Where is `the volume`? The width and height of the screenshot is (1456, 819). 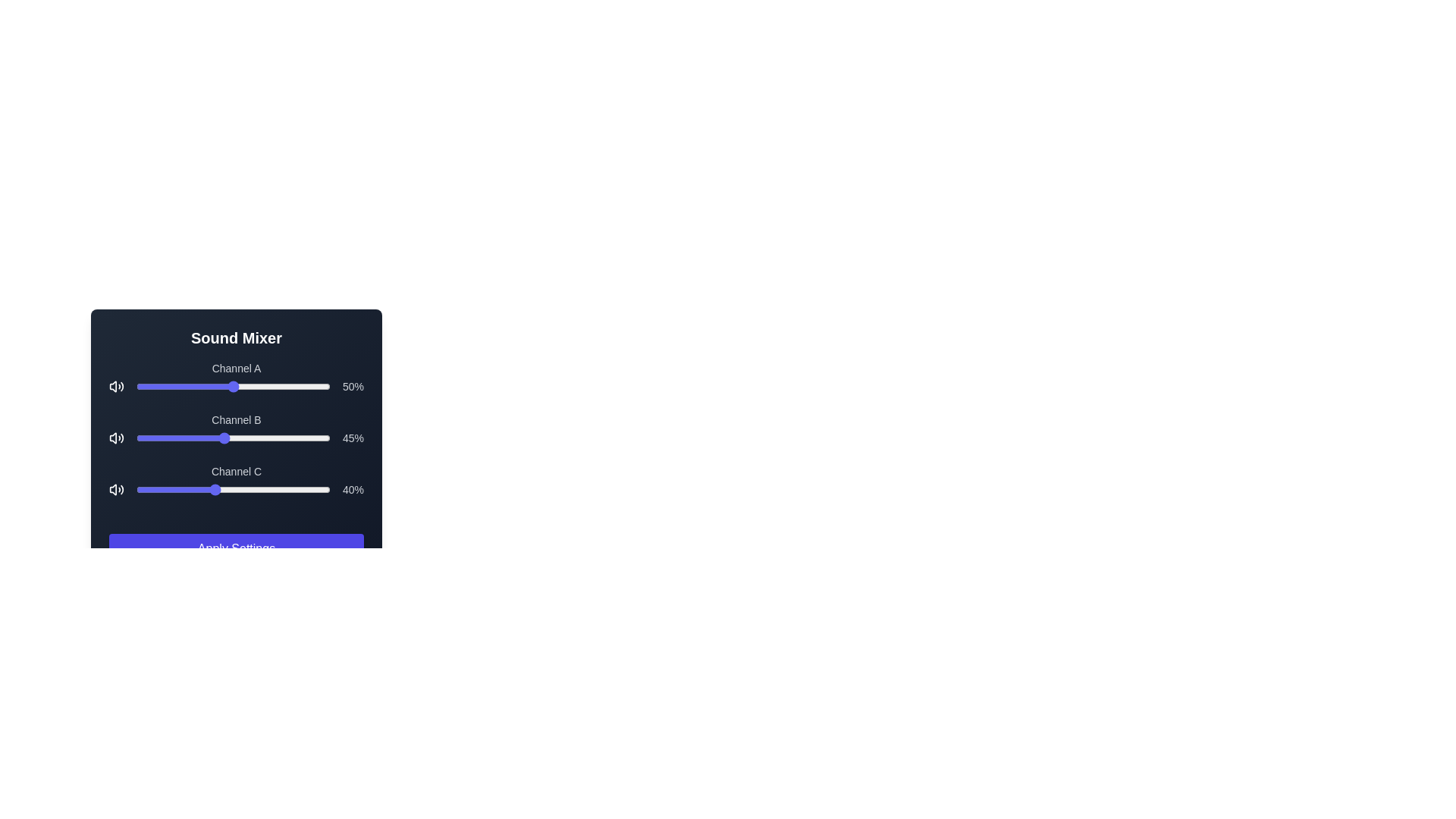 the volume is located at coordinates (163, 385).